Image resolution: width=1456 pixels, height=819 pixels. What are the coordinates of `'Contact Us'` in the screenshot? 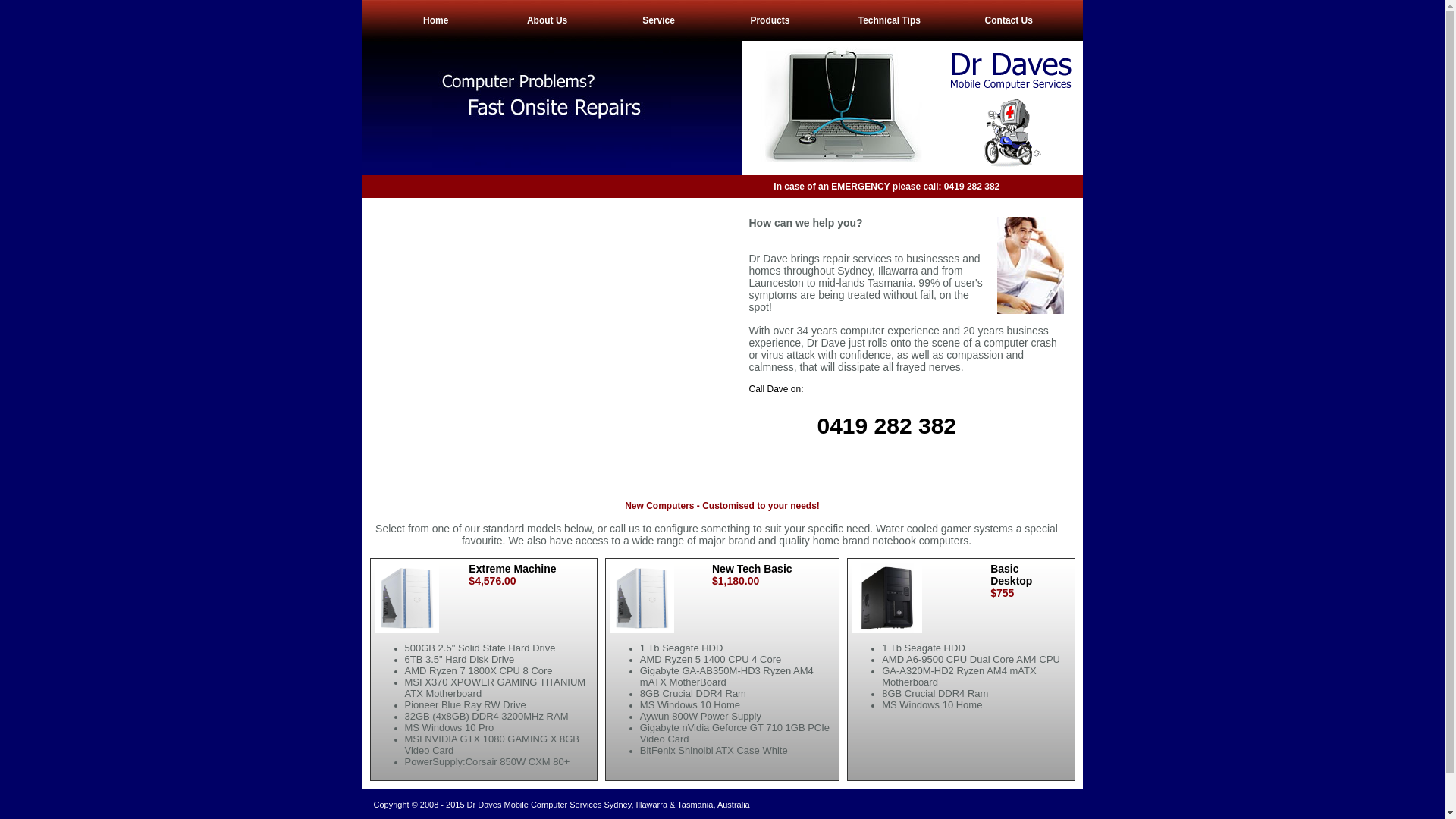 It's located at (1009, 20).